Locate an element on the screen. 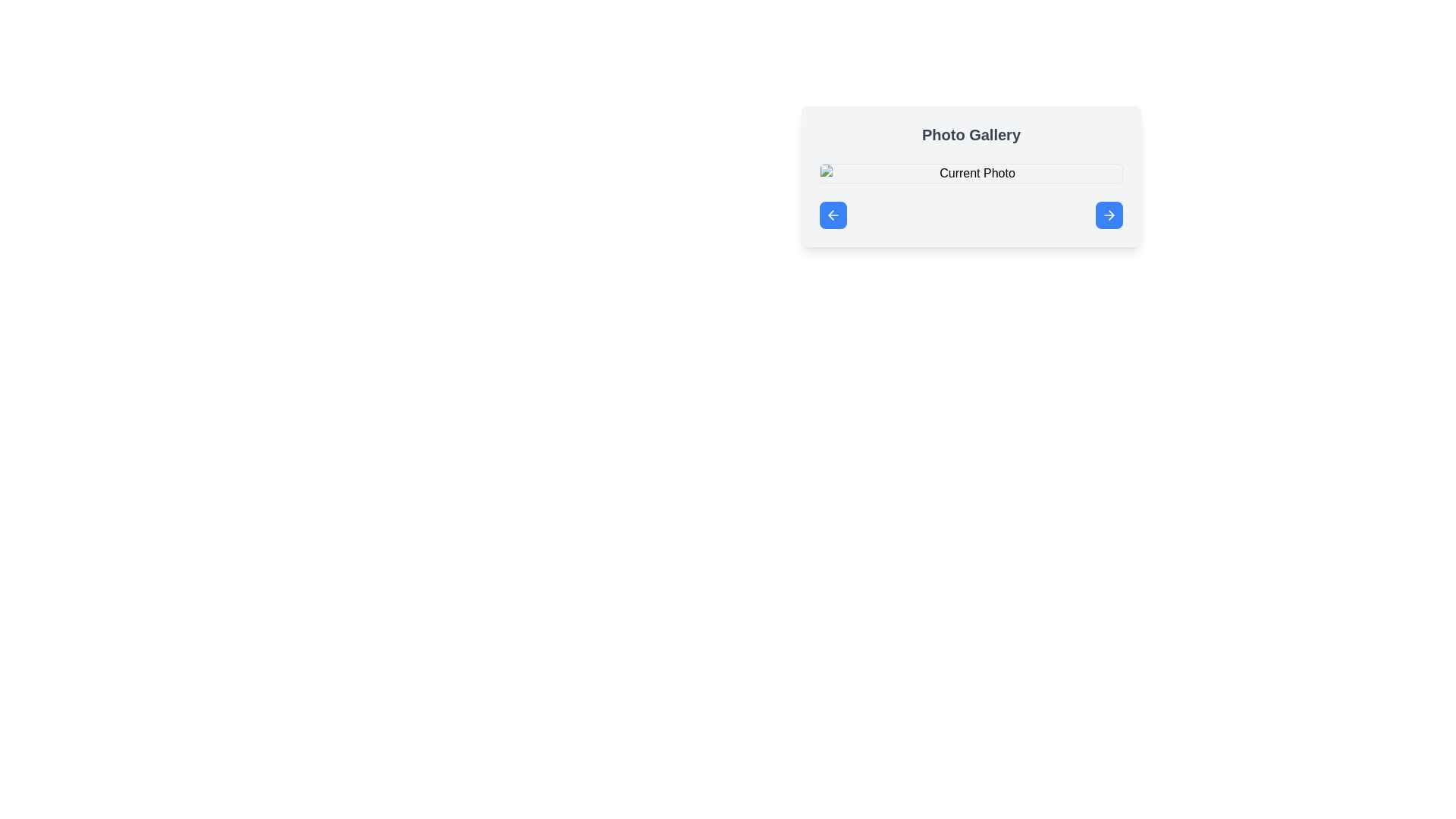 This screenshot has width=1456, height=819. the left navigation button in the gallery view is located at coordinates (833, 215).